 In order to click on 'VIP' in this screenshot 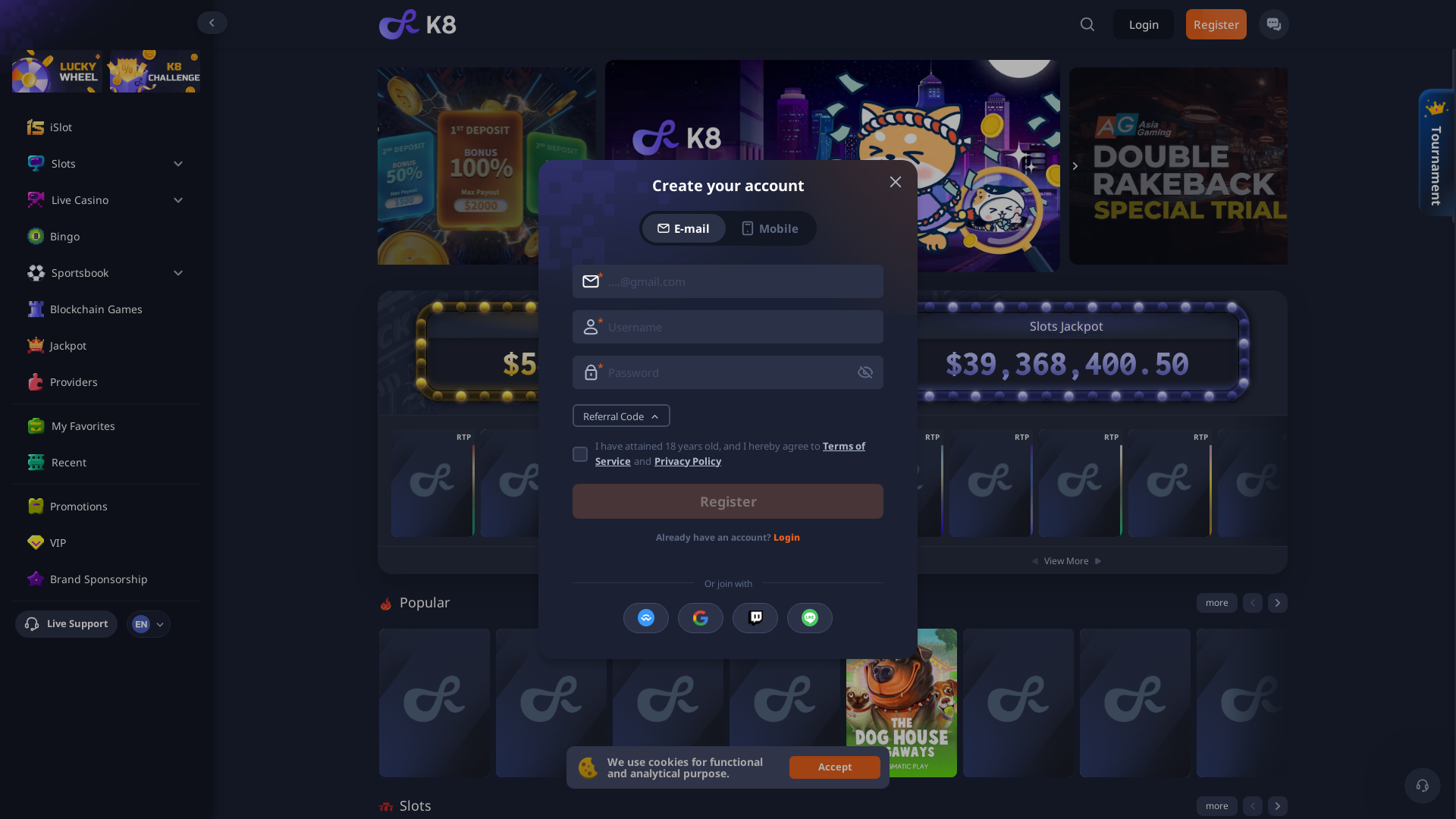, I will do `click(116, 542)`.